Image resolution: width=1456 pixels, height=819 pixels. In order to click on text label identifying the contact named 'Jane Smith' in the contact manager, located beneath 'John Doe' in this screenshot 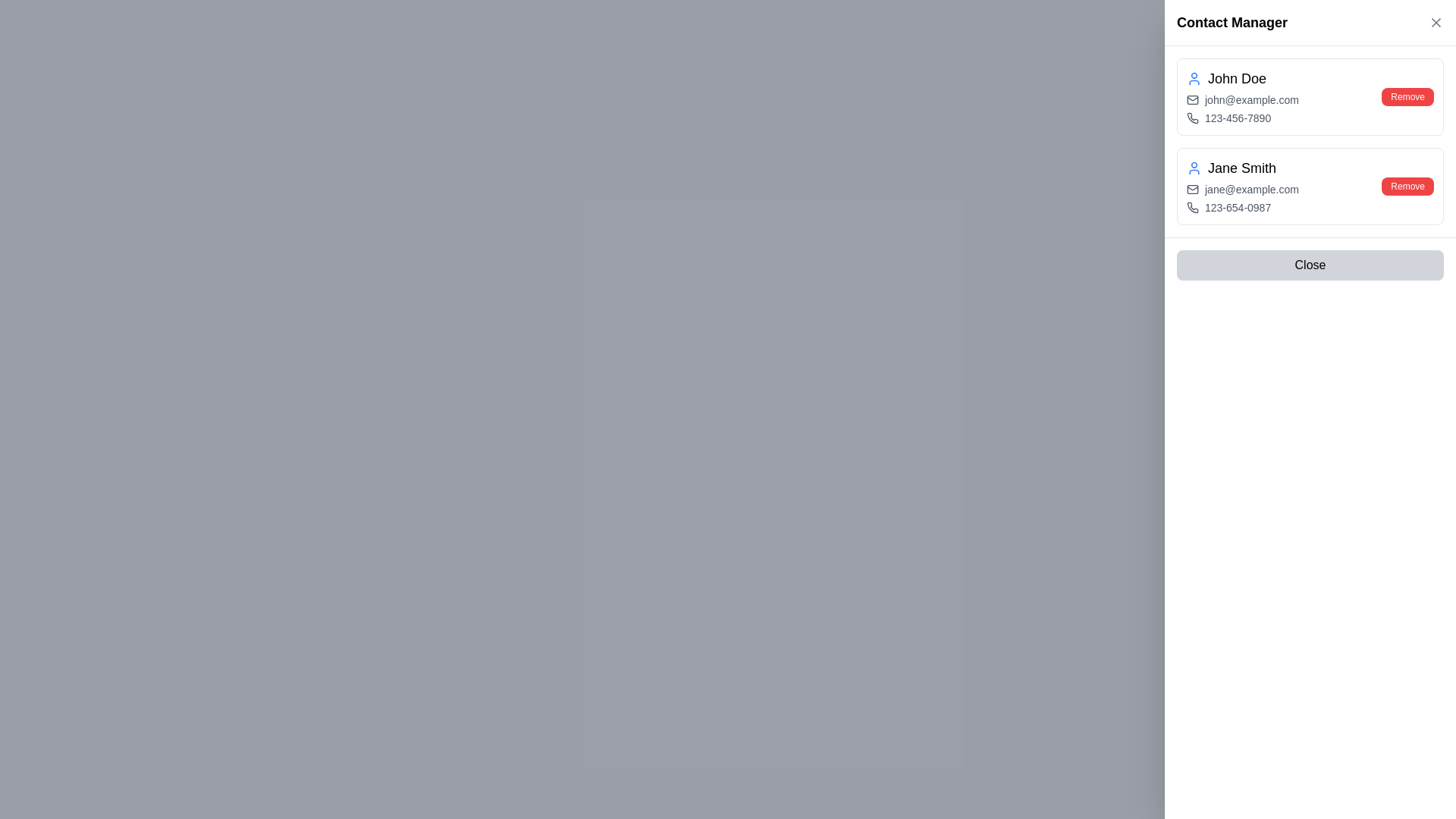, I will do `click(1242, 168)`.